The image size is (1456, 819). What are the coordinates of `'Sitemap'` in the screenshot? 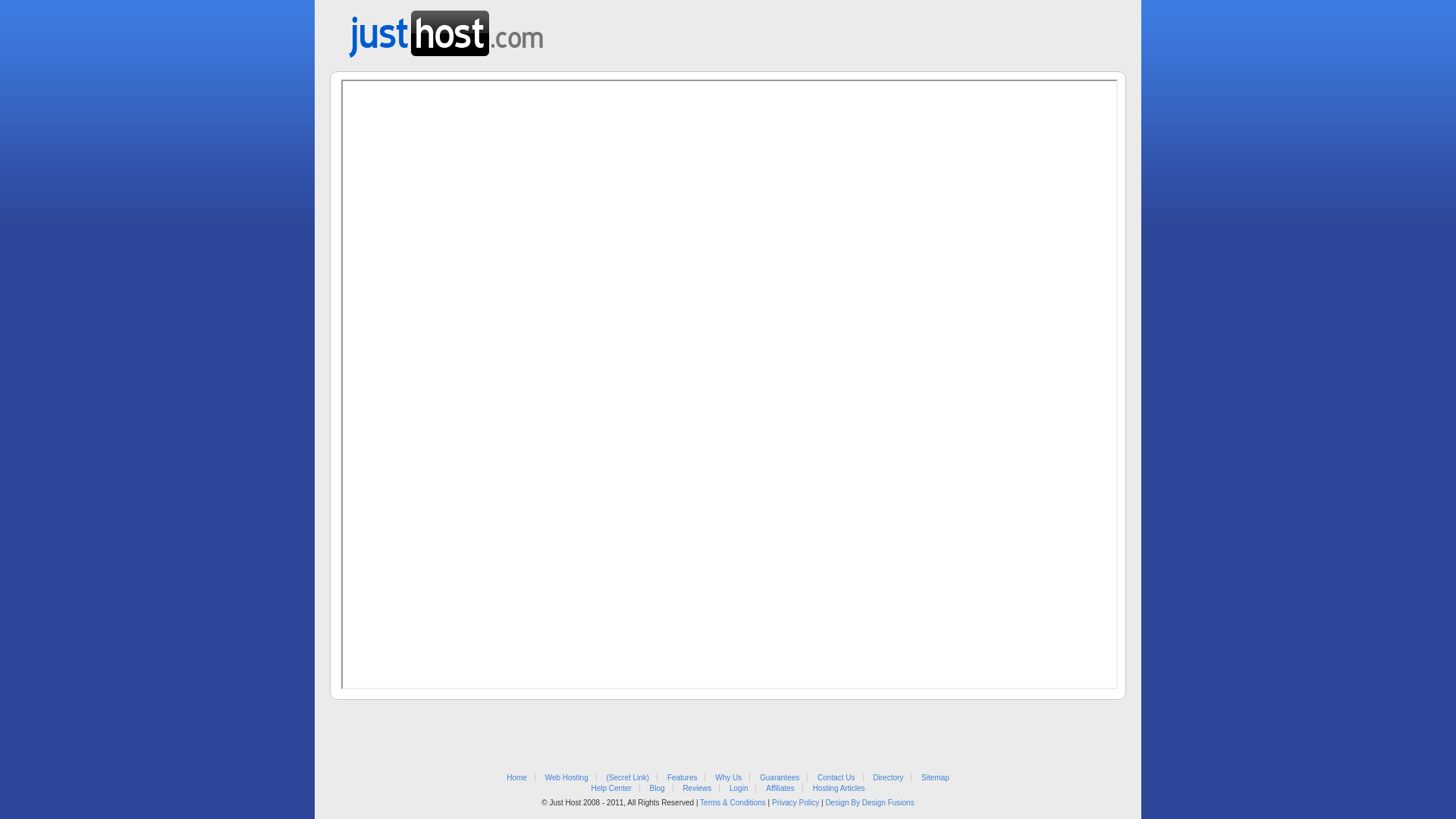 It's located at (920, 777).